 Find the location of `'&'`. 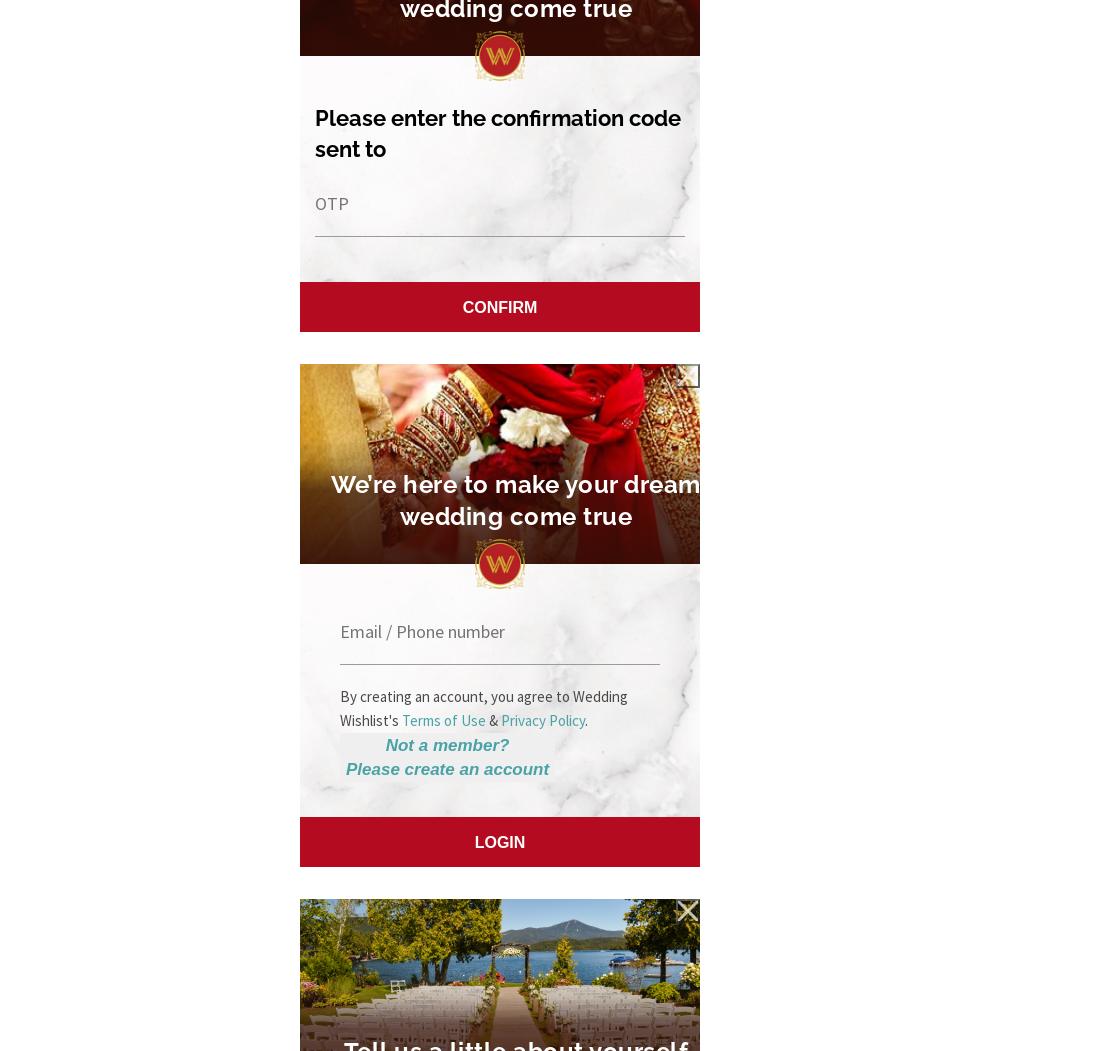

'&' is located at coordinates (493, 718).